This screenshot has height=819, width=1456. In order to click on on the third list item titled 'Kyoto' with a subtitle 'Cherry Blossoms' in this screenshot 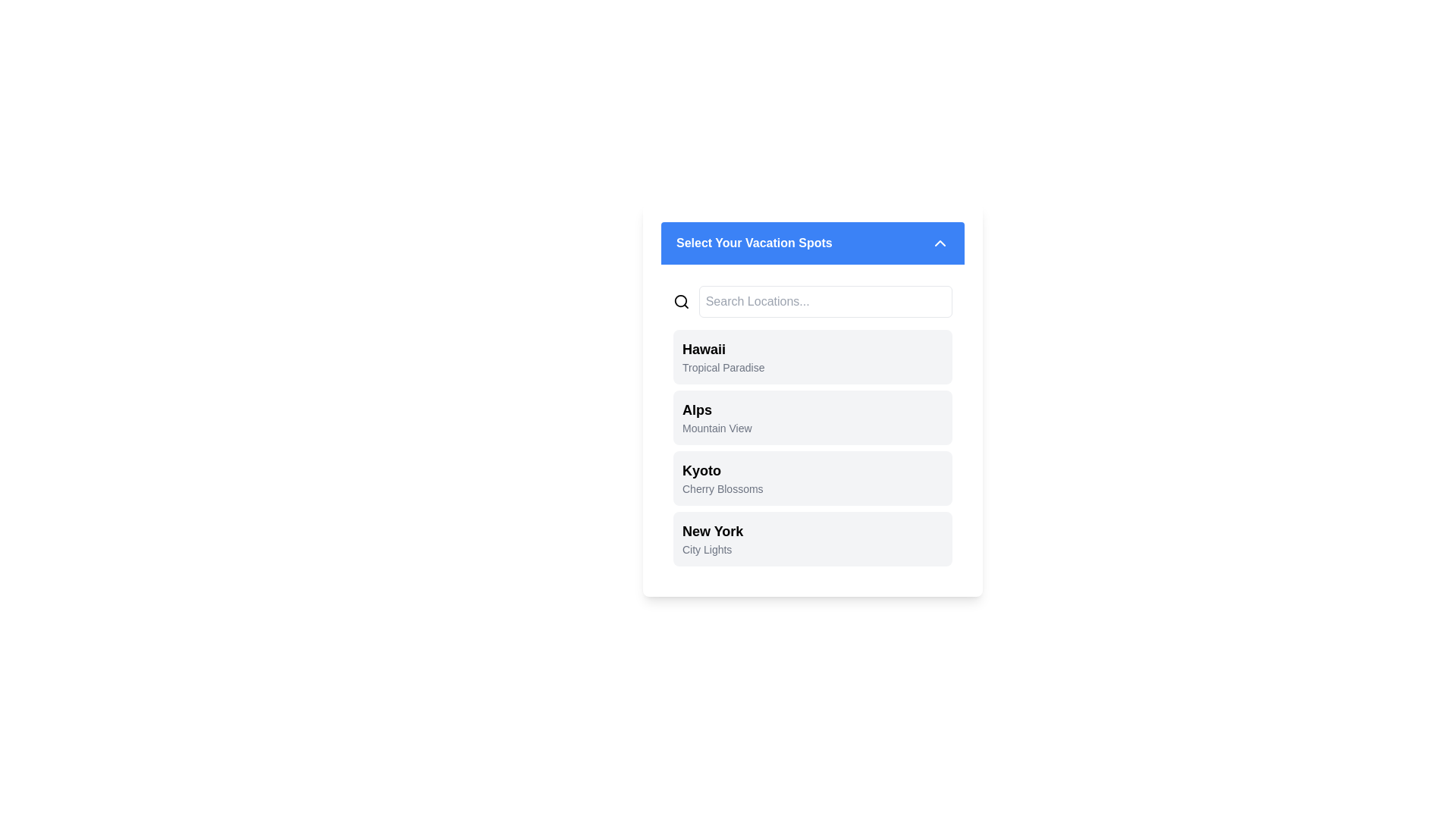, I will do `click(722, 479)`.